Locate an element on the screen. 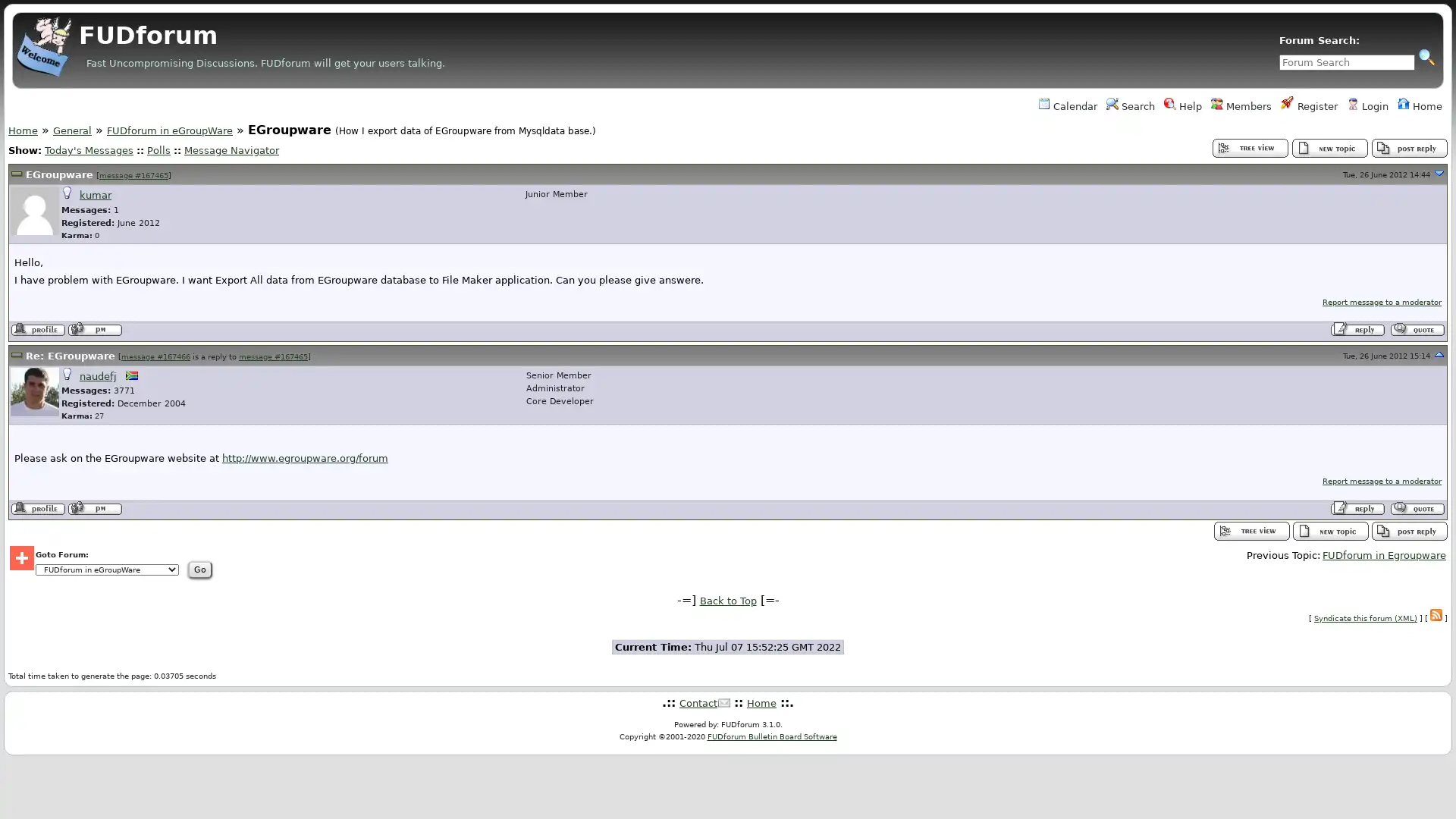  Search is located at coordinates (1426, 55).